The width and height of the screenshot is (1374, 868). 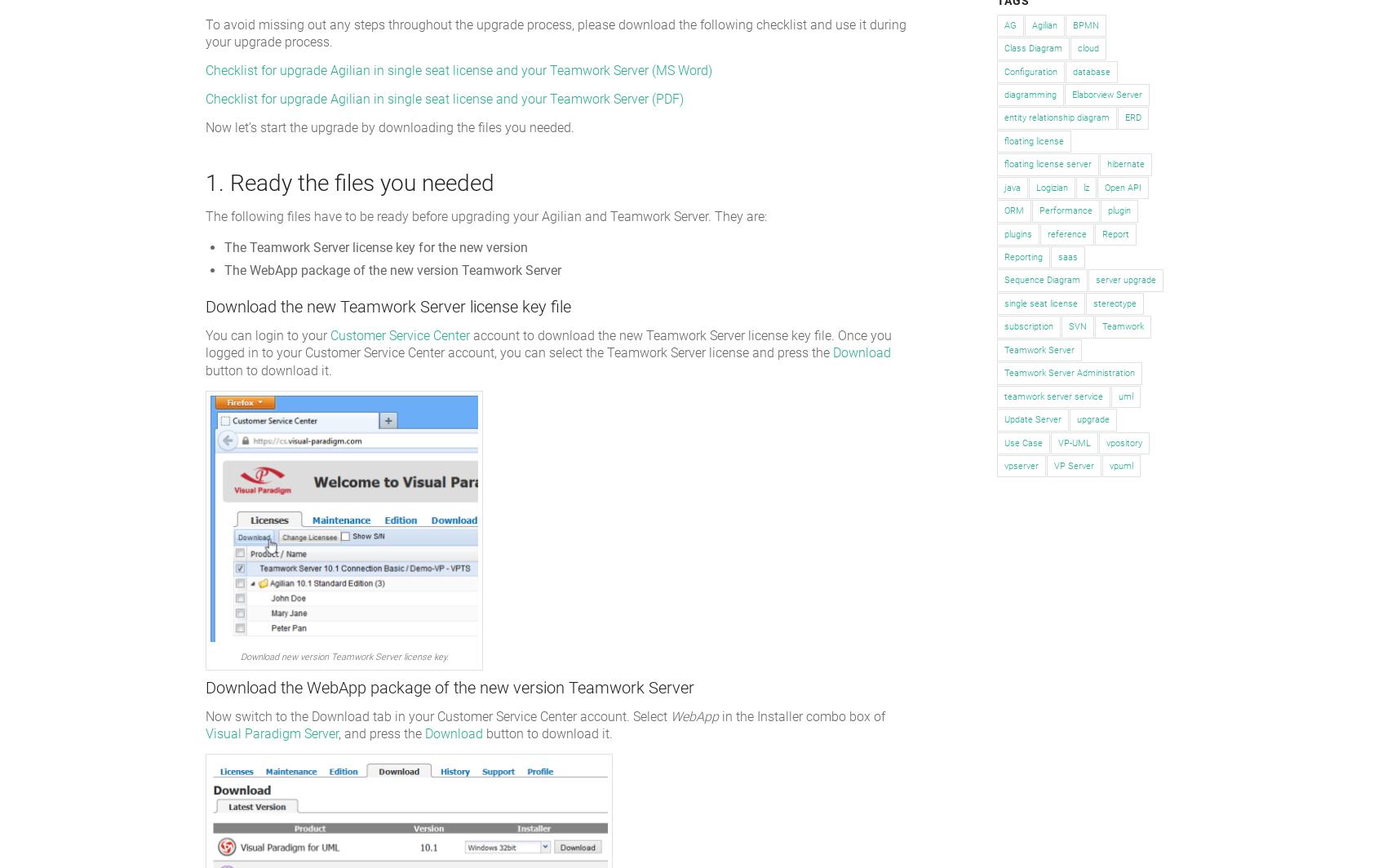 What do you see at coordinates (375, 247) in the screenshot?
I see `'The Teamwork Server license key for the new version'` at bounding box center [375, 247].